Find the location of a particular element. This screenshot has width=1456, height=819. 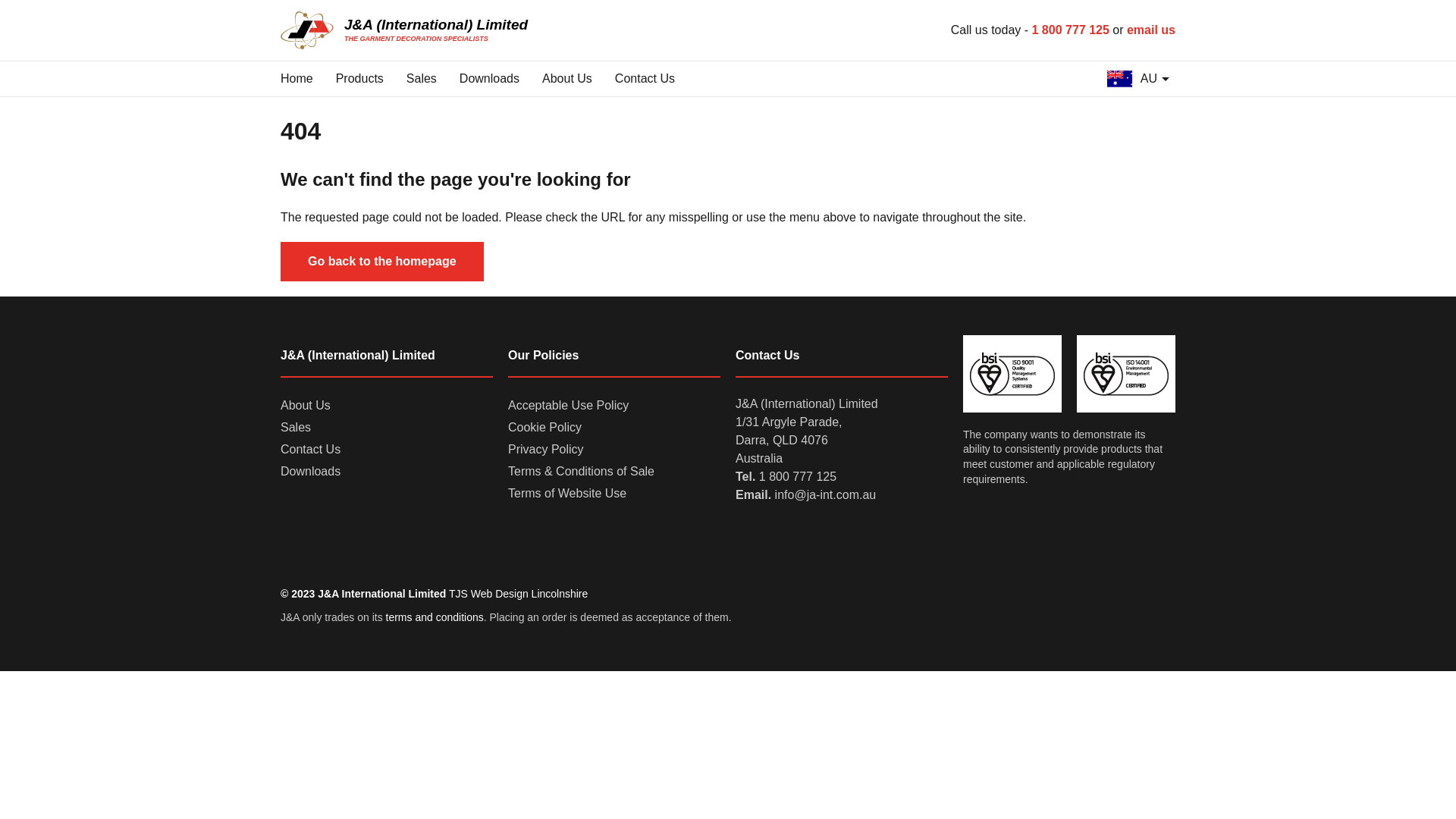

'Home' is located at coordinates (297, 79).